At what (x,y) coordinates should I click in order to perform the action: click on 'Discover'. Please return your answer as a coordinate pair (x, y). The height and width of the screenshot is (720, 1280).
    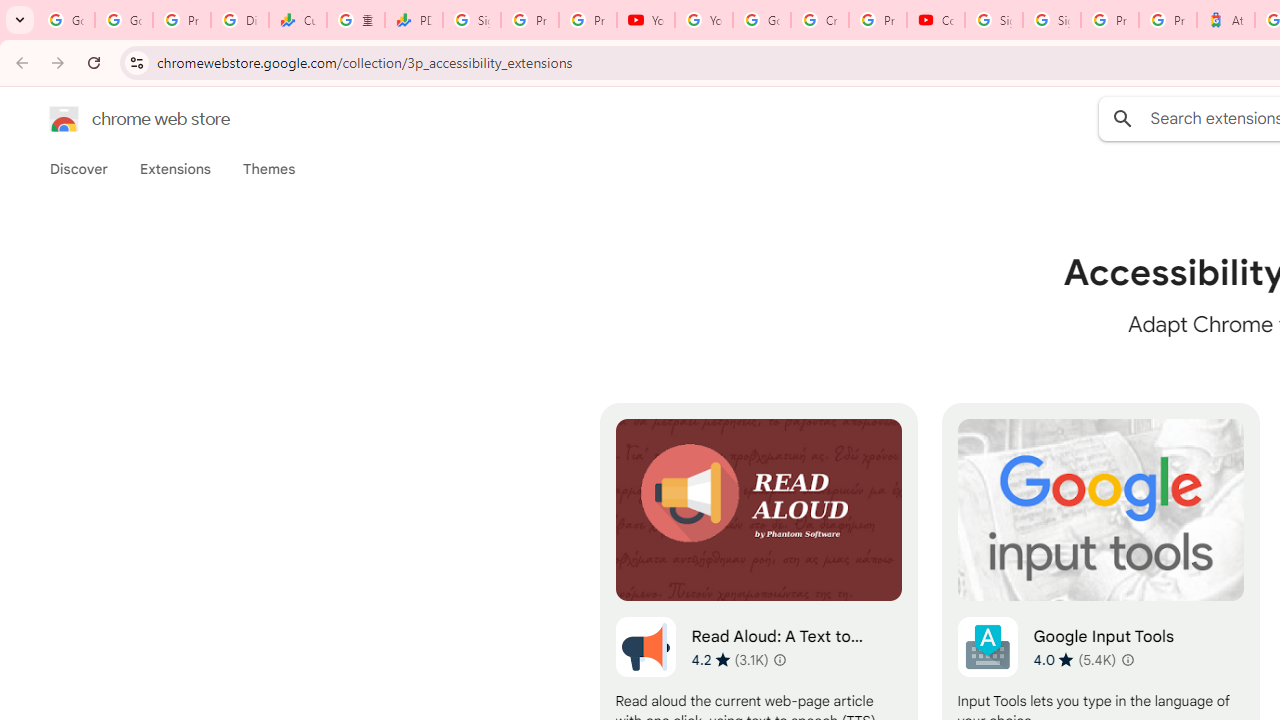
    Looking at the image, I should click on (79, 168).